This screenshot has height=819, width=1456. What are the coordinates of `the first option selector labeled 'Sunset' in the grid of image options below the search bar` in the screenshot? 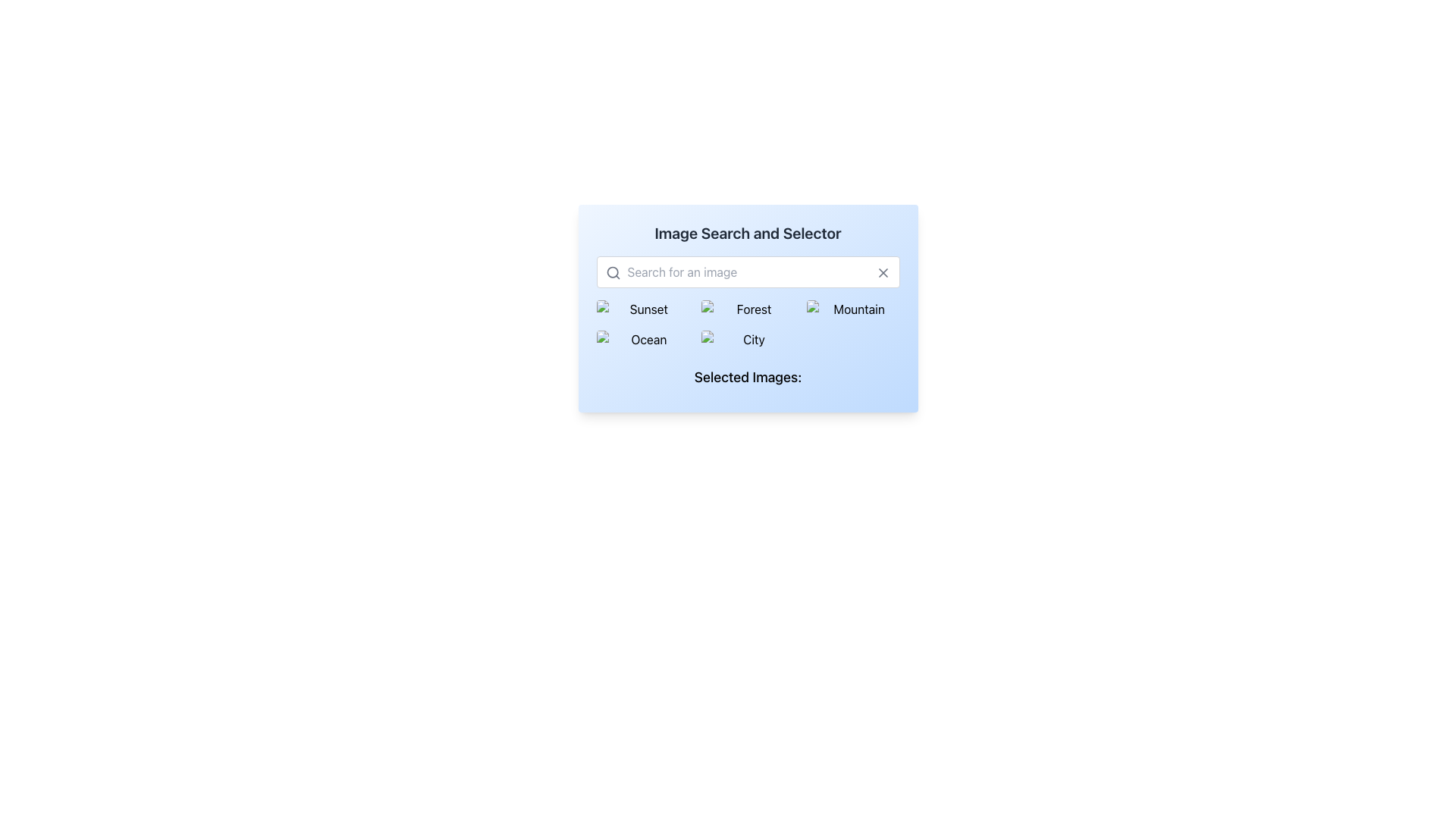 It's located at (642, 309).